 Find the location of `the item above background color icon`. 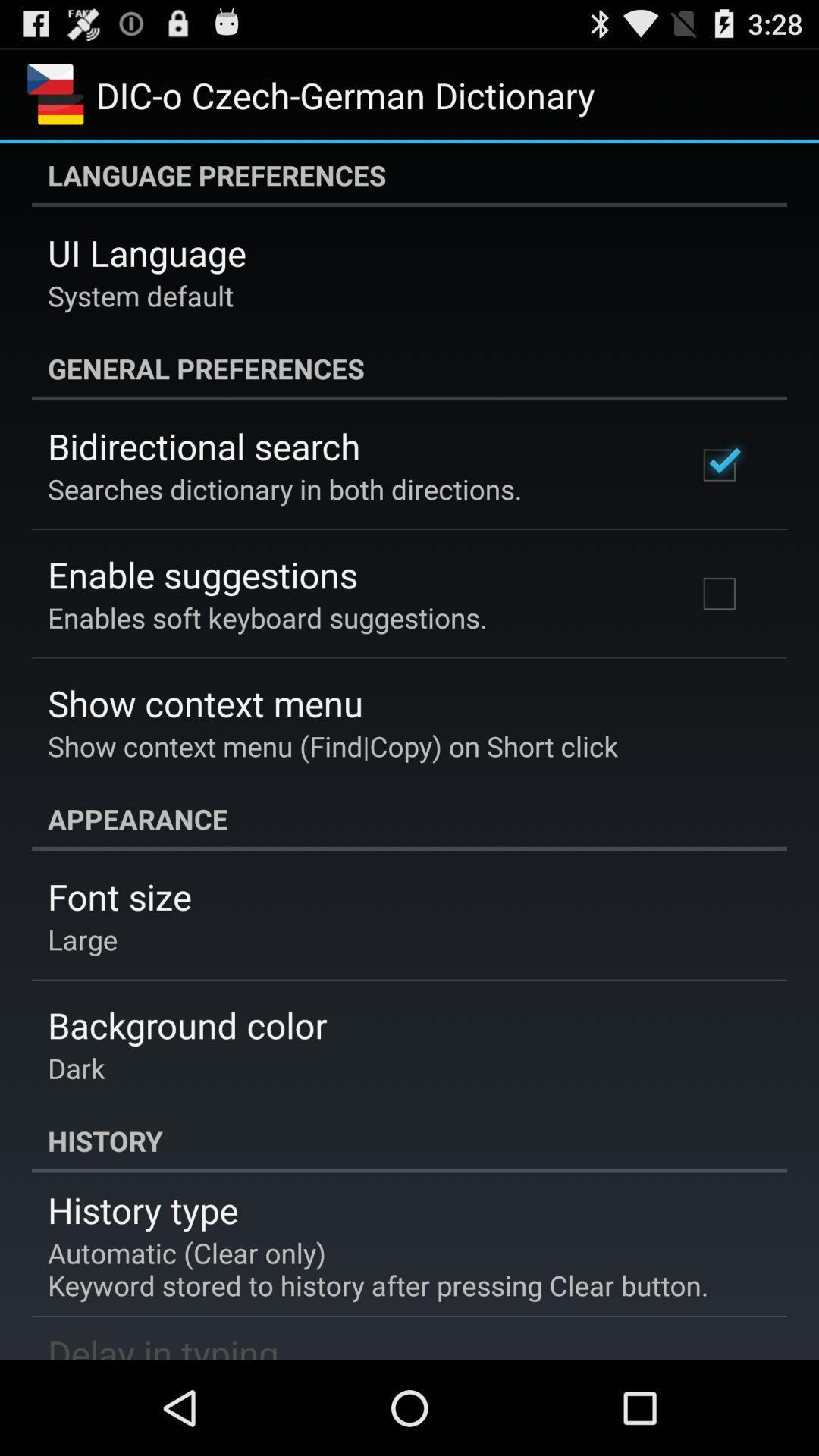

the item above background color icon is located at coordinates (83, 938).